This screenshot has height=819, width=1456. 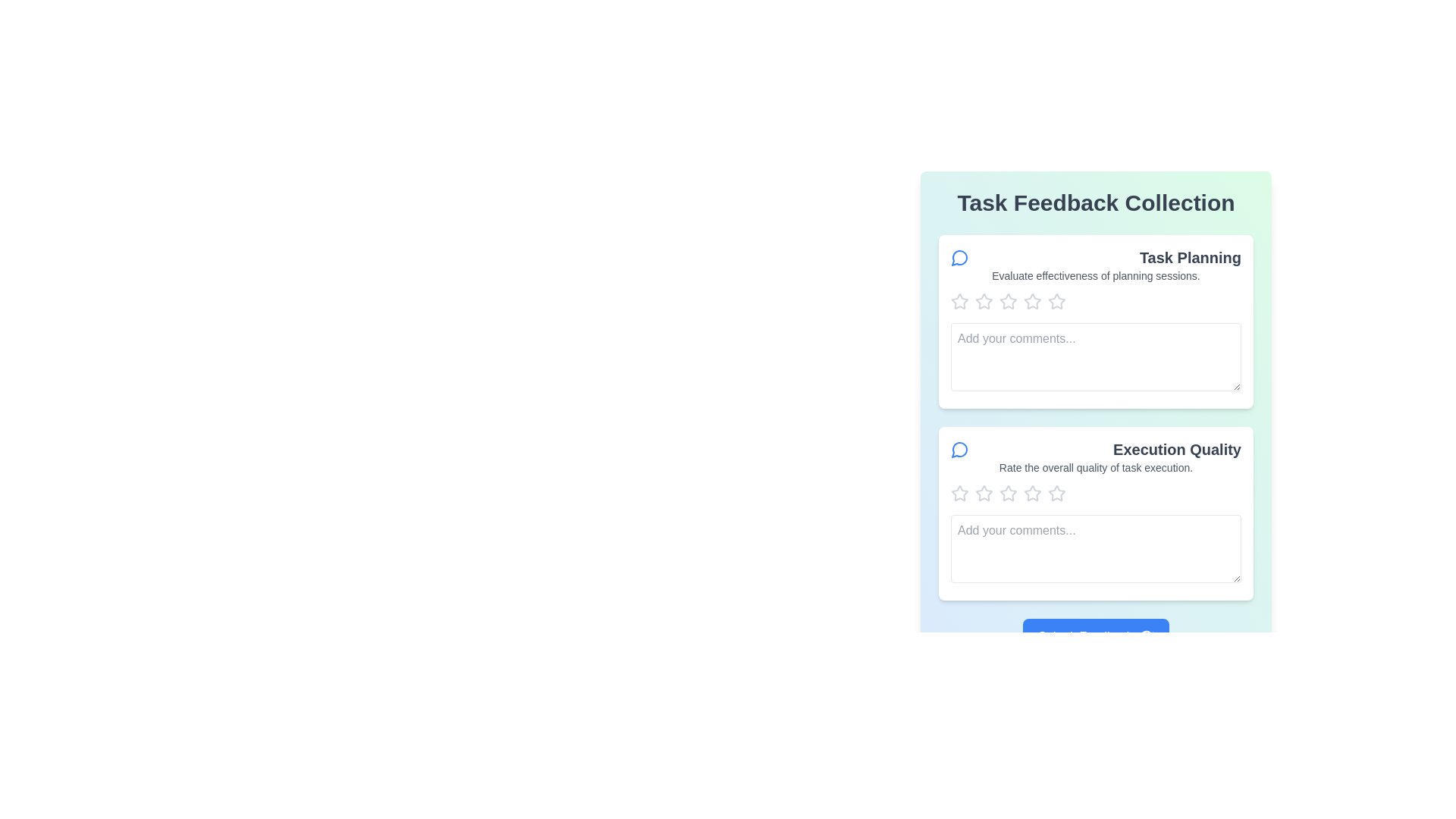 What do you see at coordinates (1096, 467) in the screenshot?
I see `text label that says 'Rate the overall quality of task execution.' positioned beneath the 'Execution Quality' header` at bounding box center [1096, 467].